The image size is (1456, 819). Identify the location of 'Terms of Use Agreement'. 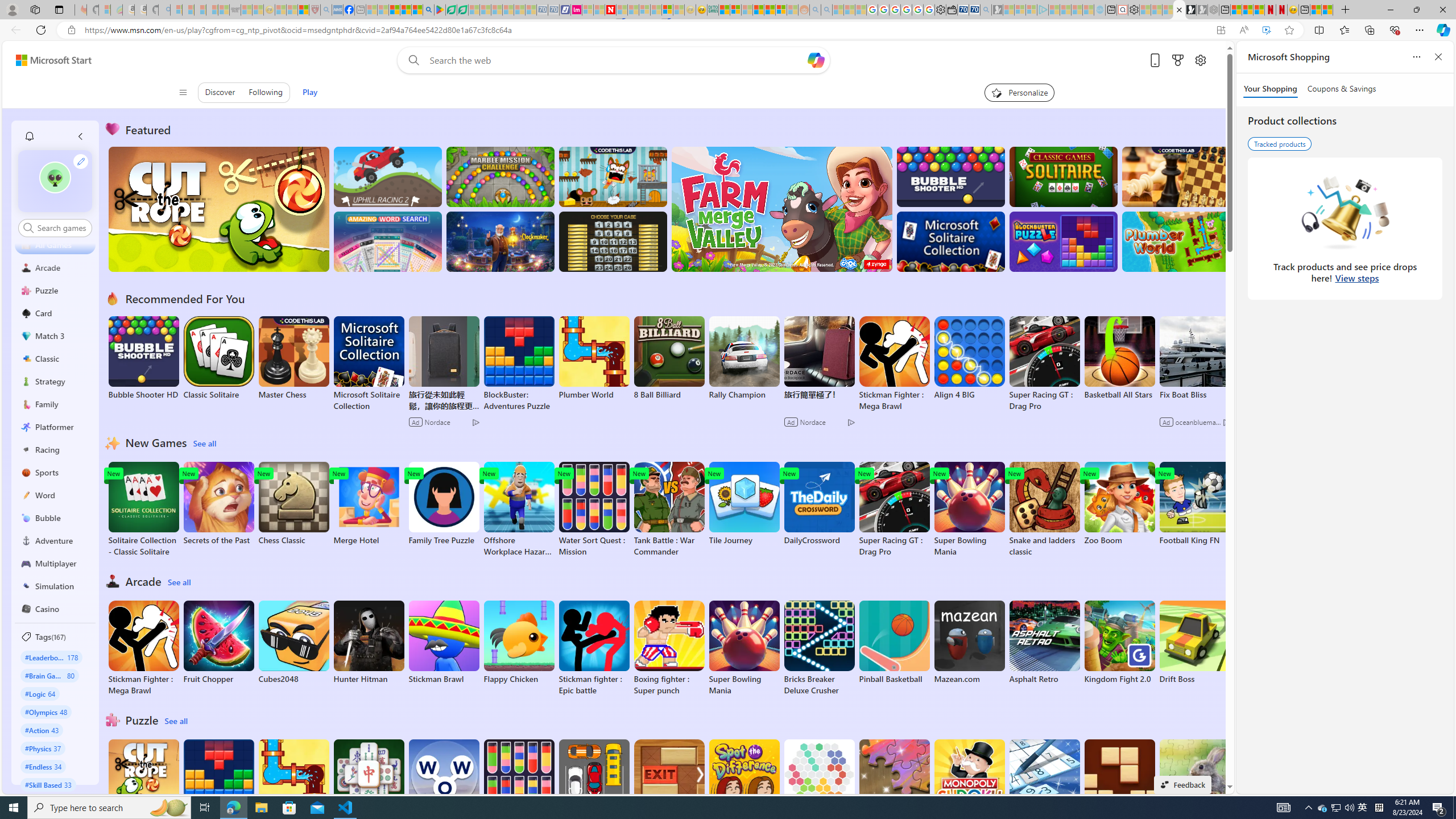
(450, 9).